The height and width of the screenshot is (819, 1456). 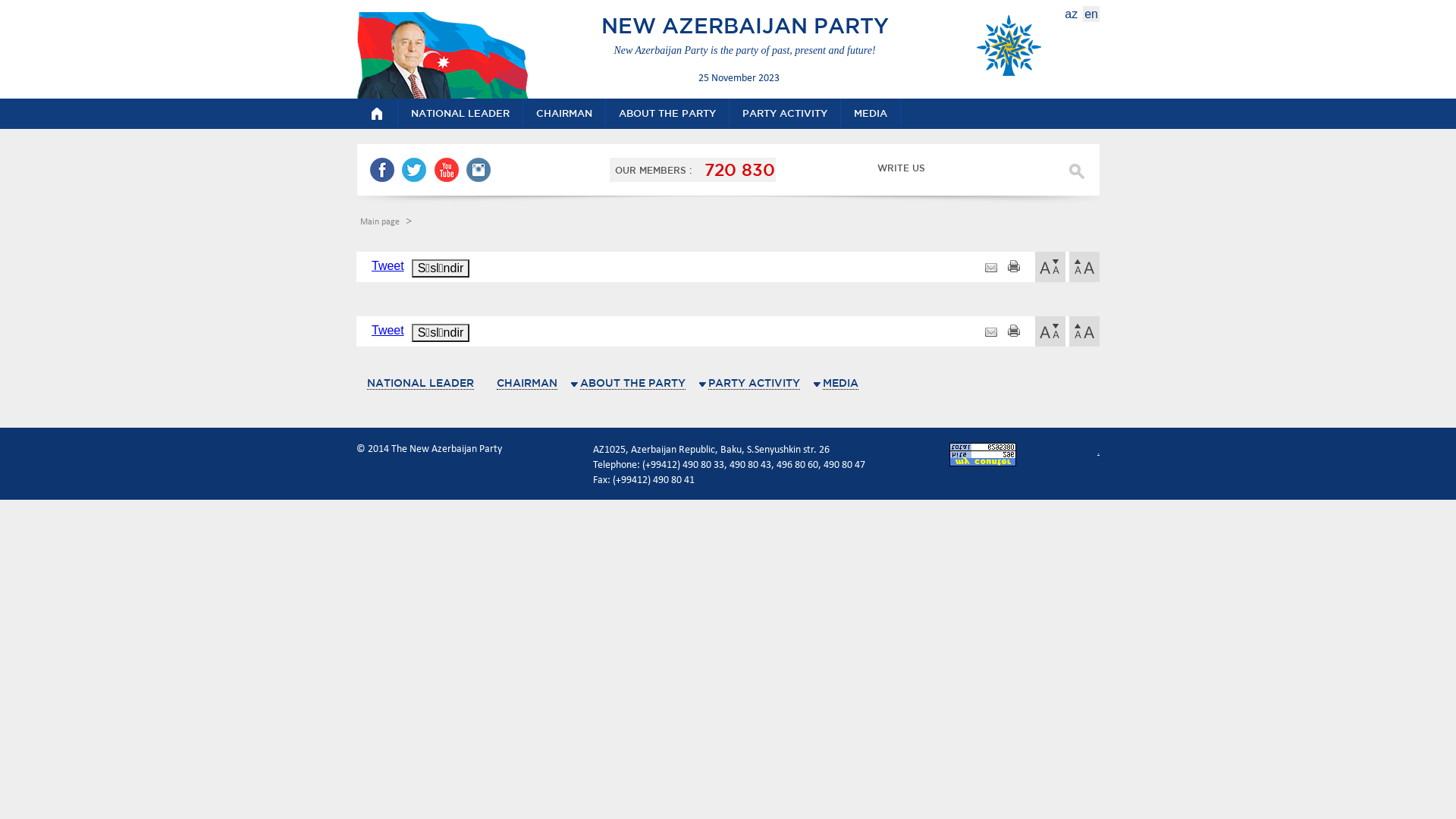 I want to click on 'http://yap.az/en/view/pages/12', so click(x=990, y=331).